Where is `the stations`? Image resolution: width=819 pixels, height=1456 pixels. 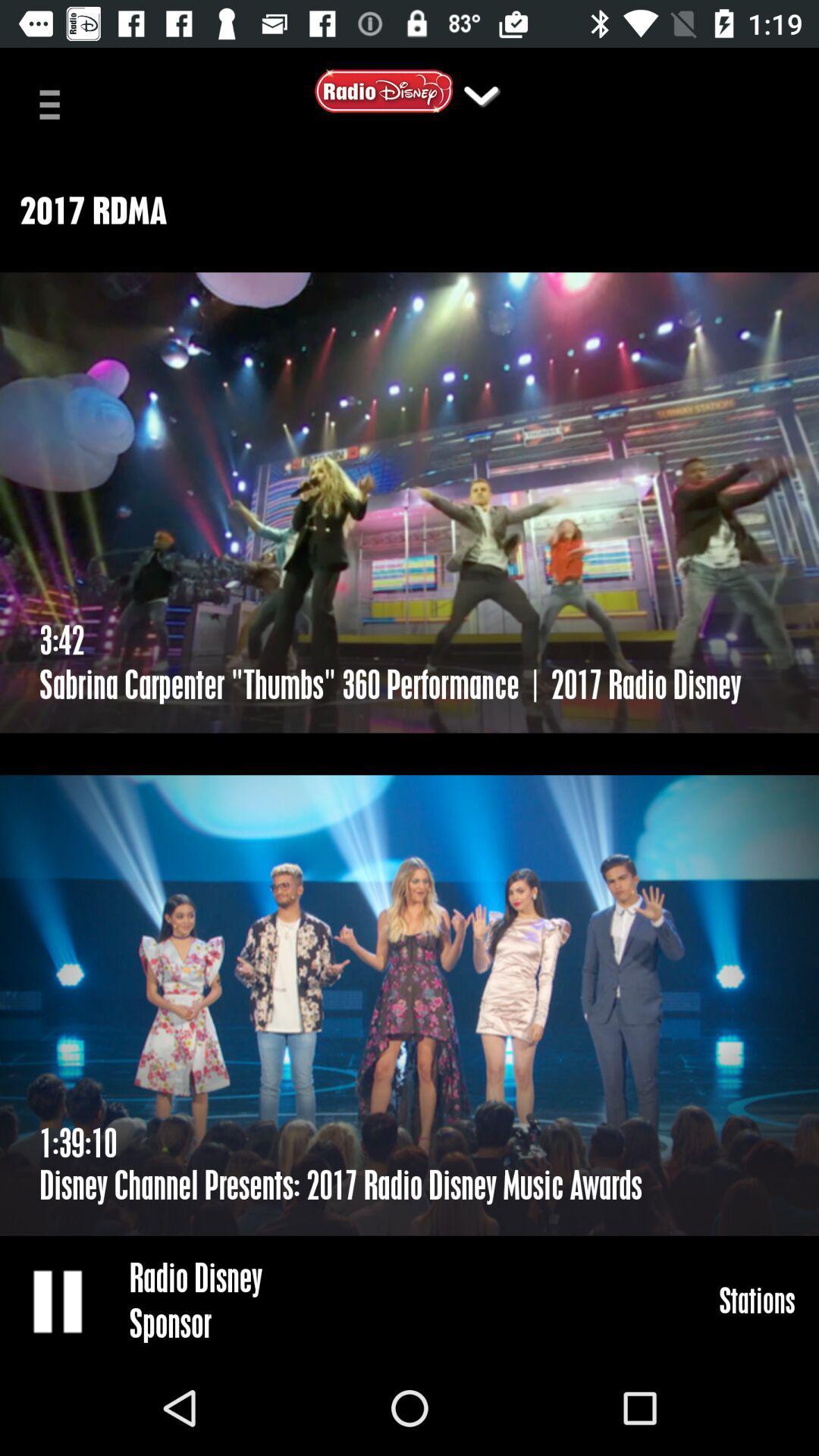 the stations is located at coordinates (757, 1299).